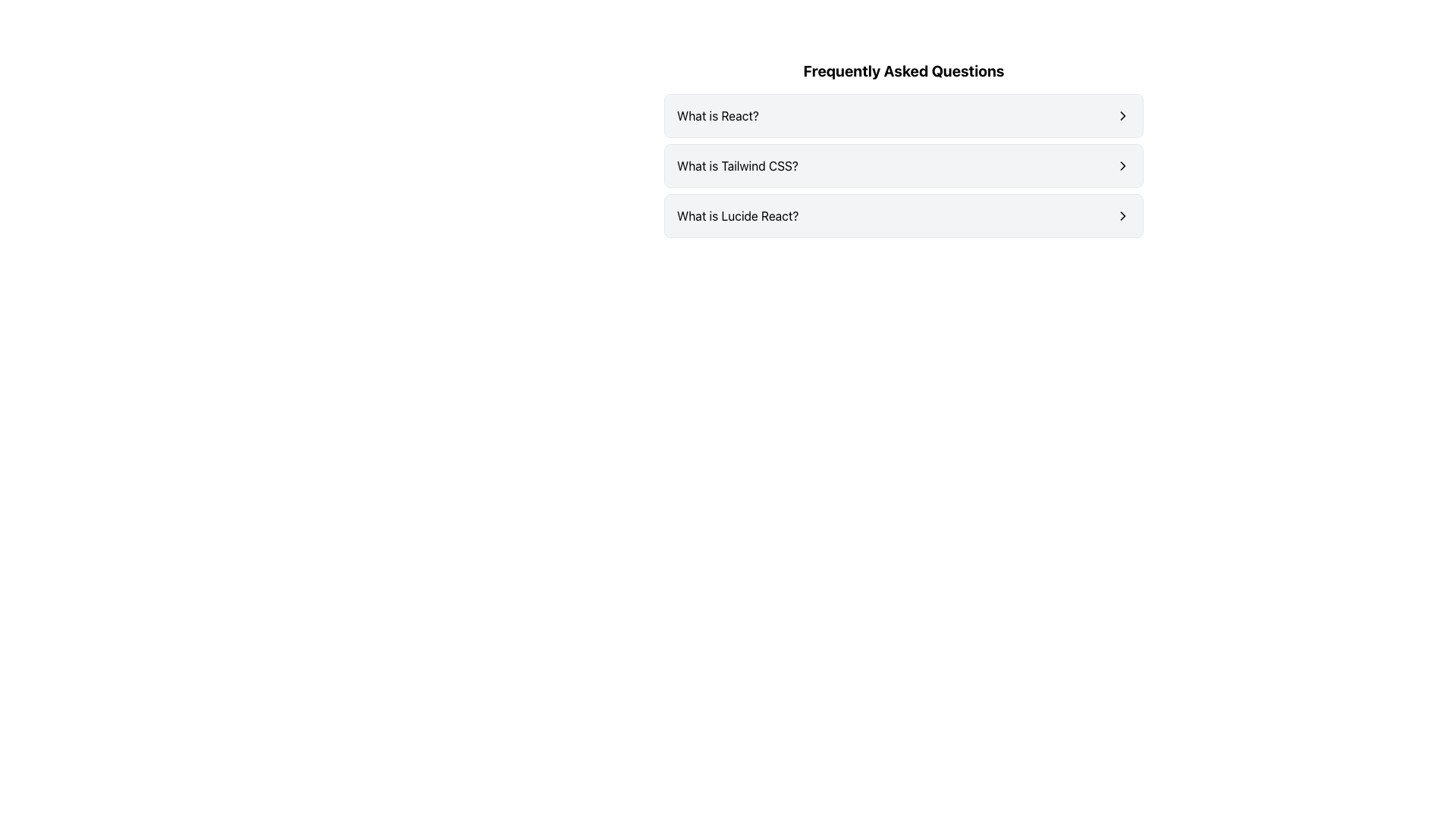 The width and height of the screenshot is (1456, 819). What do you see at coordinates (903, 216) in the screenshot?
I see `the interactive list item labeled 'What is Lucide React?'` at bounding box center [903, 216].